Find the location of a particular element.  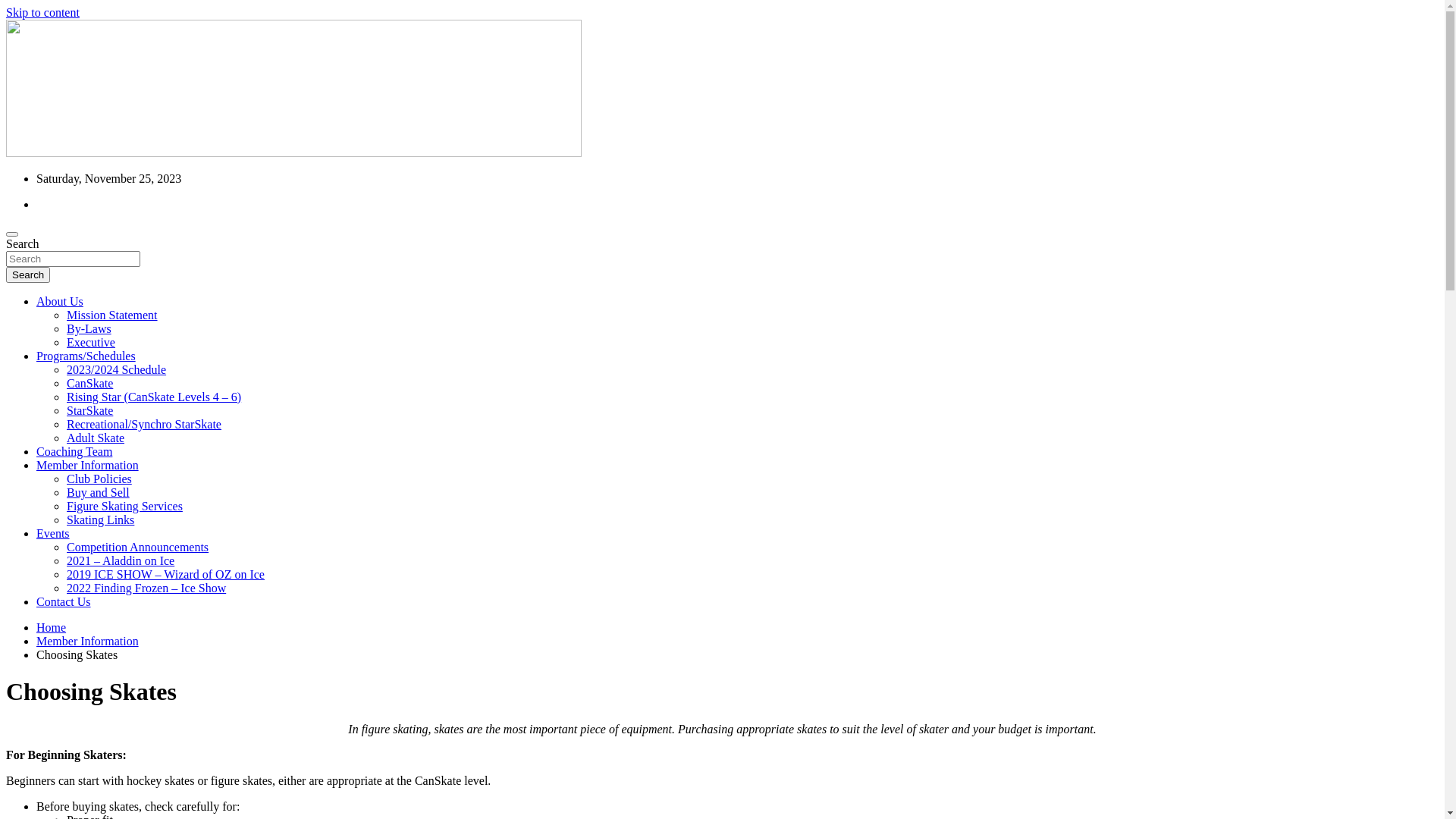

'Recreational/Synchro StarSkate' is located at coordinates (144, 424).